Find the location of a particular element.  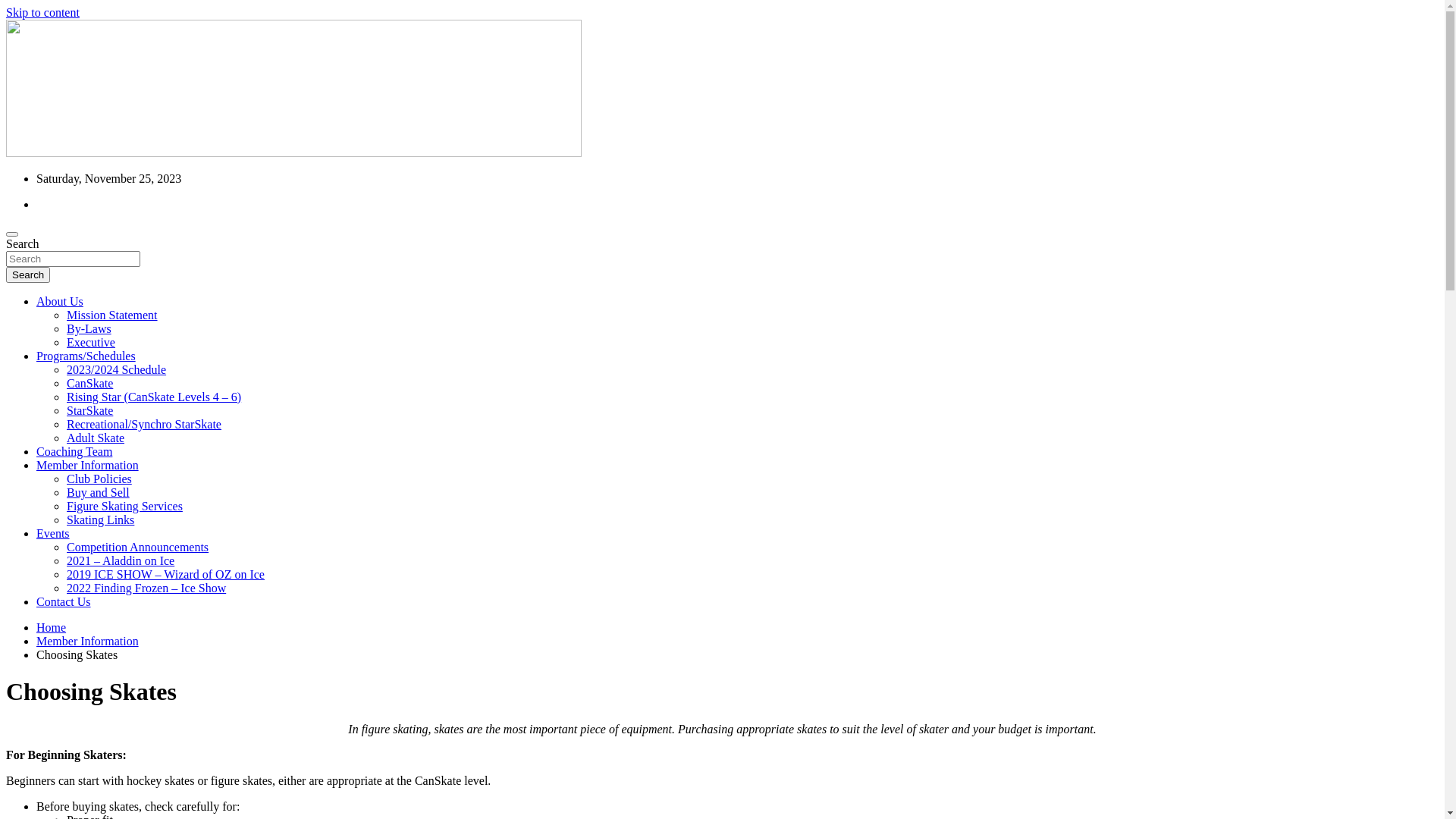

'Recreational/Synchro StarSkate' is located at coordinates (144, 424).